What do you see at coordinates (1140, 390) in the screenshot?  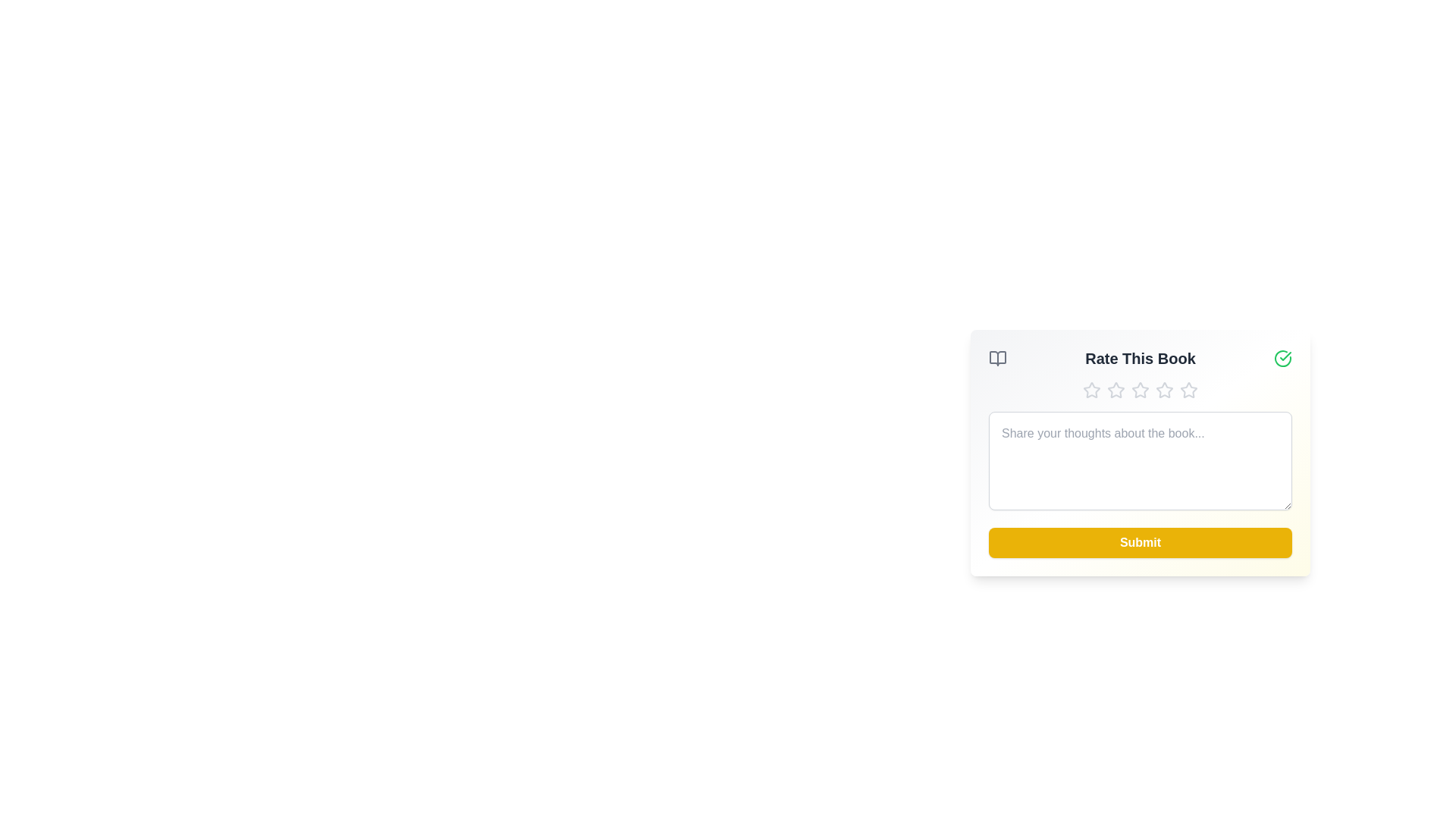 I see `the star corresponding to 3 to set the rating` at bounding box center [1140, 390].